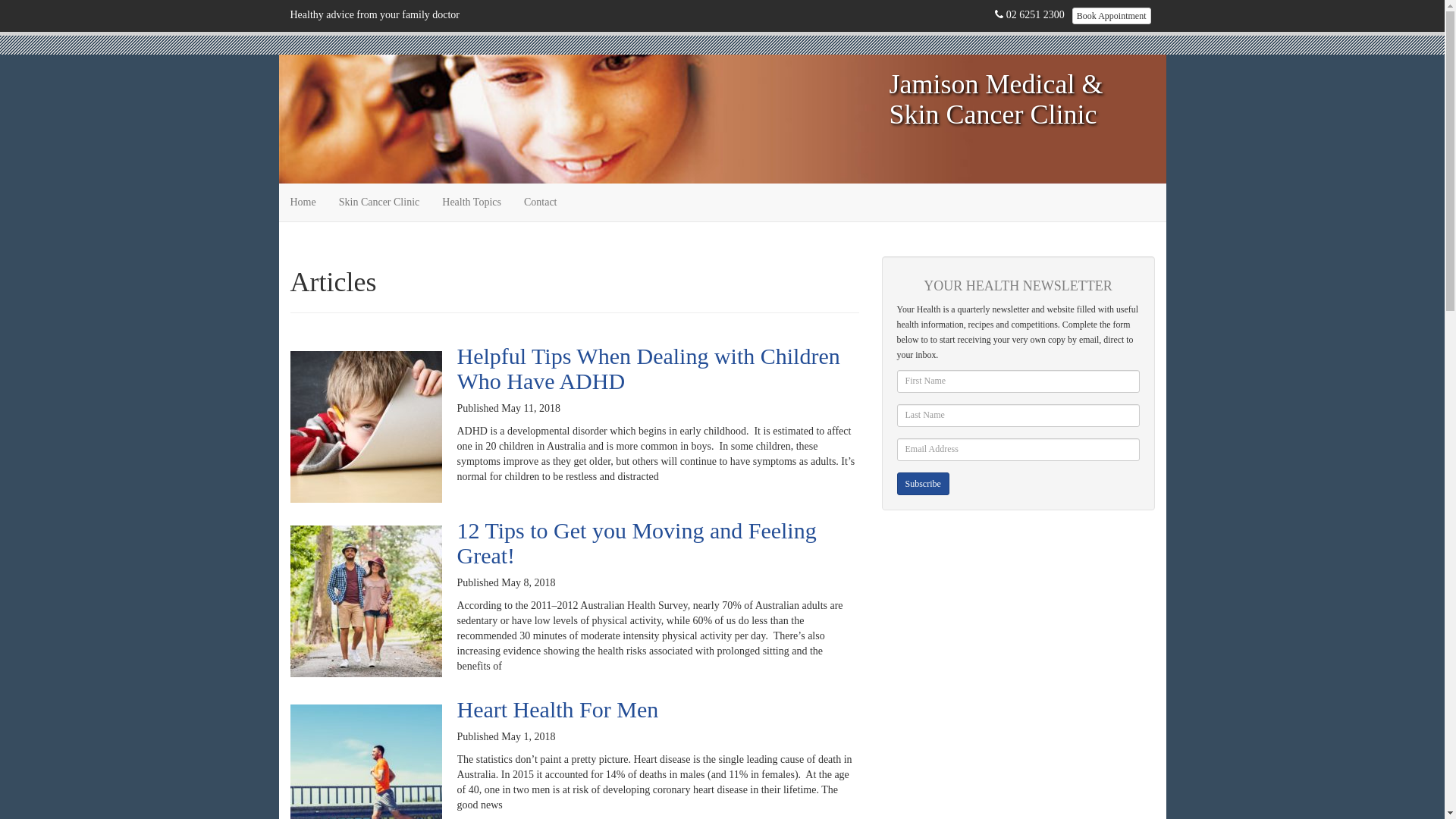 The height and width of the screenshot is (819, 1456). What do you see at coordinates (1111, 15) in the screenshot?
I see `'Book Appointment'` at bounding box center [1111, 15].